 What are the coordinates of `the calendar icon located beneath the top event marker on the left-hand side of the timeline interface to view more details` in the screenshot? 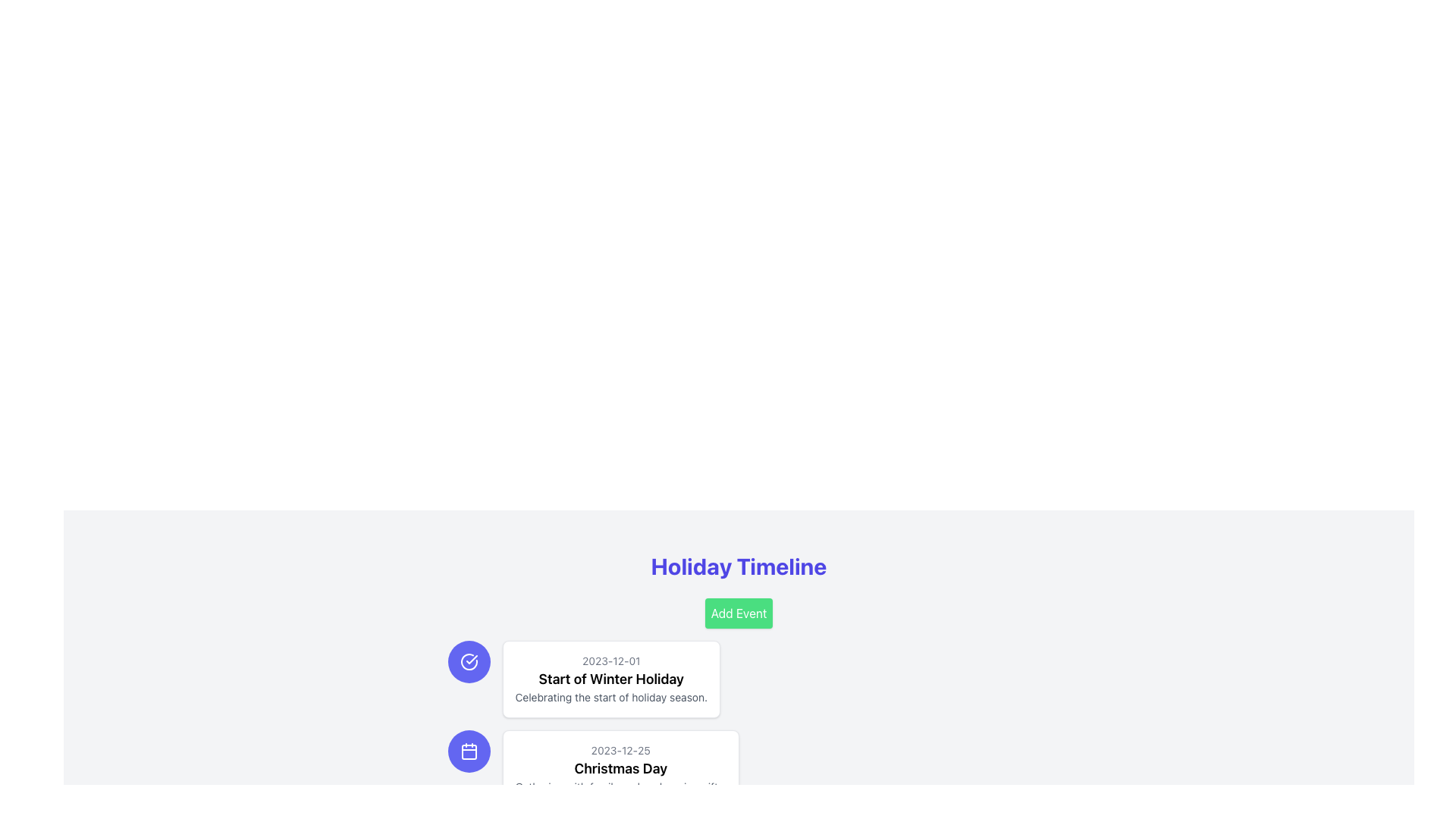 It's located at (468, 752).